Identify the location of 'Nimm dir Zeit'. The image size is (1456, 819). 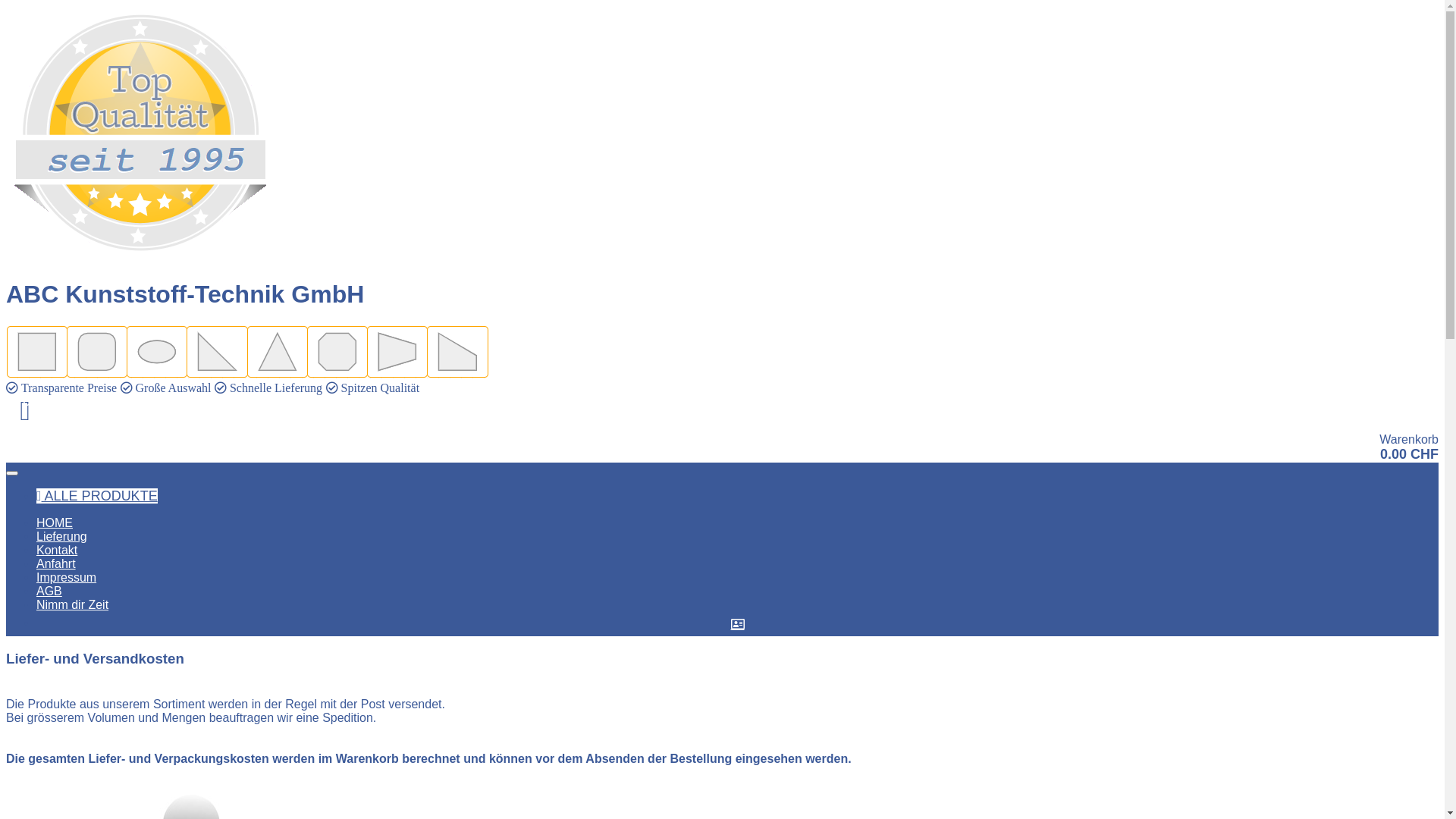
(71, 604).